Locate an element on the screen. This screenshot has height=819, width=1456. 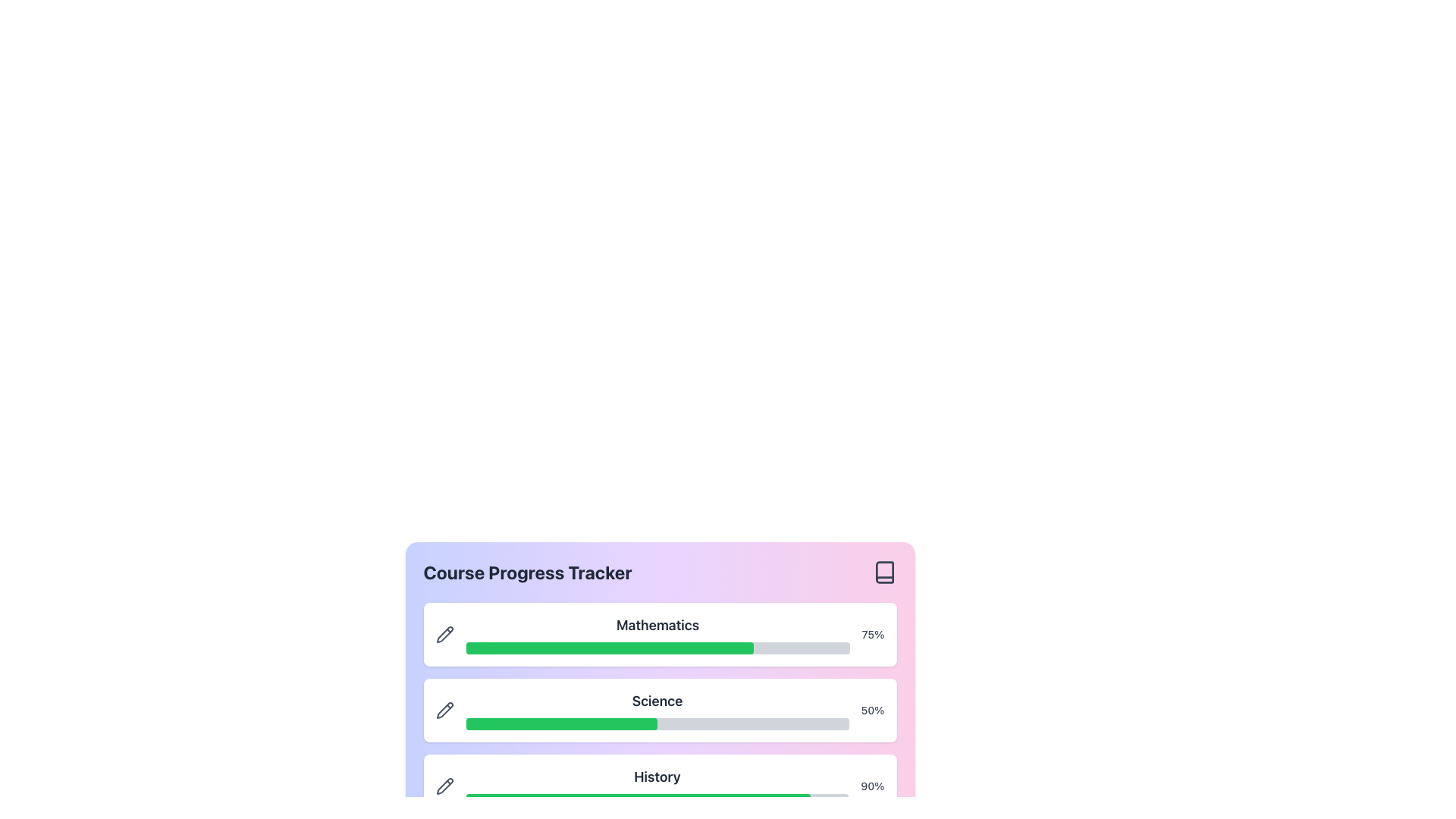
the 'Mathematics' text label, which is a bold, dark gray title positioned prominently above a progress bar in the course progress tracker is located at coordinates (657, 626).